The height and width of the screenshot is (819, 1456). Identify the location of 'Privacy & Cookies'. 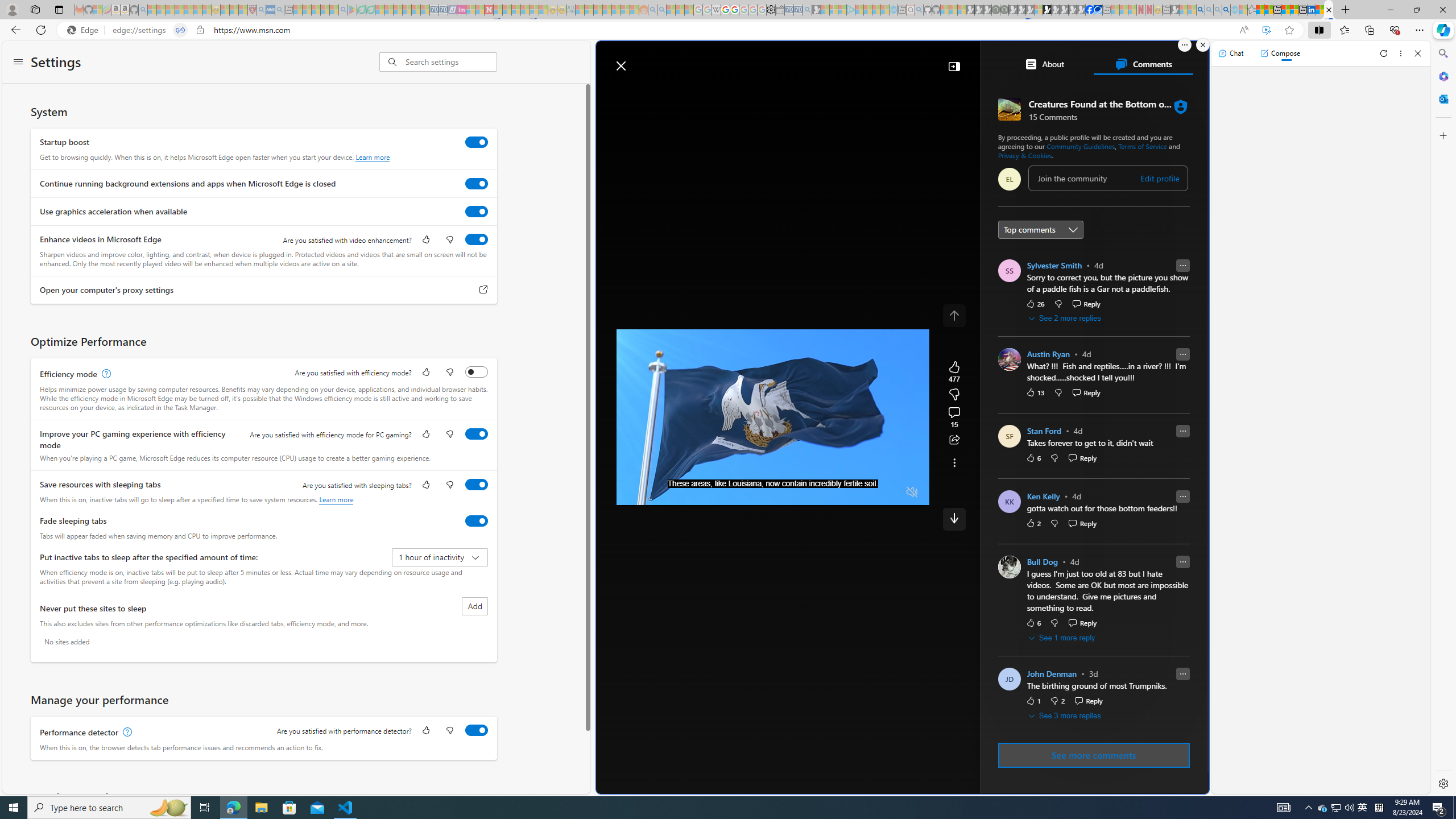
(1024, 154).